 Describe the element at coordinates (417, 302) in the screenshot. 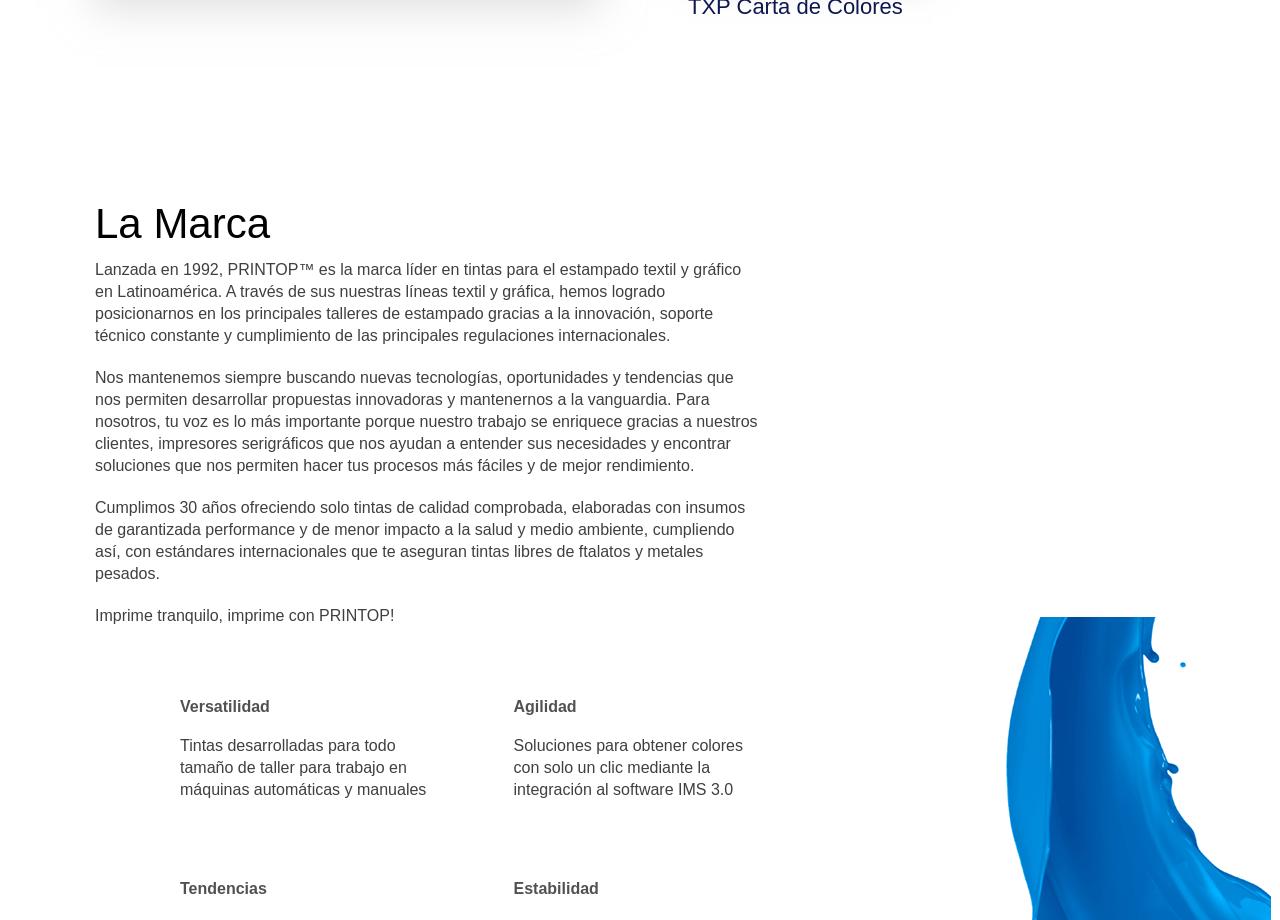

I see `'Lanzada en 1992, PRINTOP™ es la marca líder en tintas para el estampado textil y gráfico en Latinoamérica. A través de sus nuestras líneas textil y gráfica, hemos logrado posicionarnos en los principales talleres de estampado gracias a la innovación, soporte técnico constante y cumplimiento de las principales regulaciones internacionales.'` at that location.